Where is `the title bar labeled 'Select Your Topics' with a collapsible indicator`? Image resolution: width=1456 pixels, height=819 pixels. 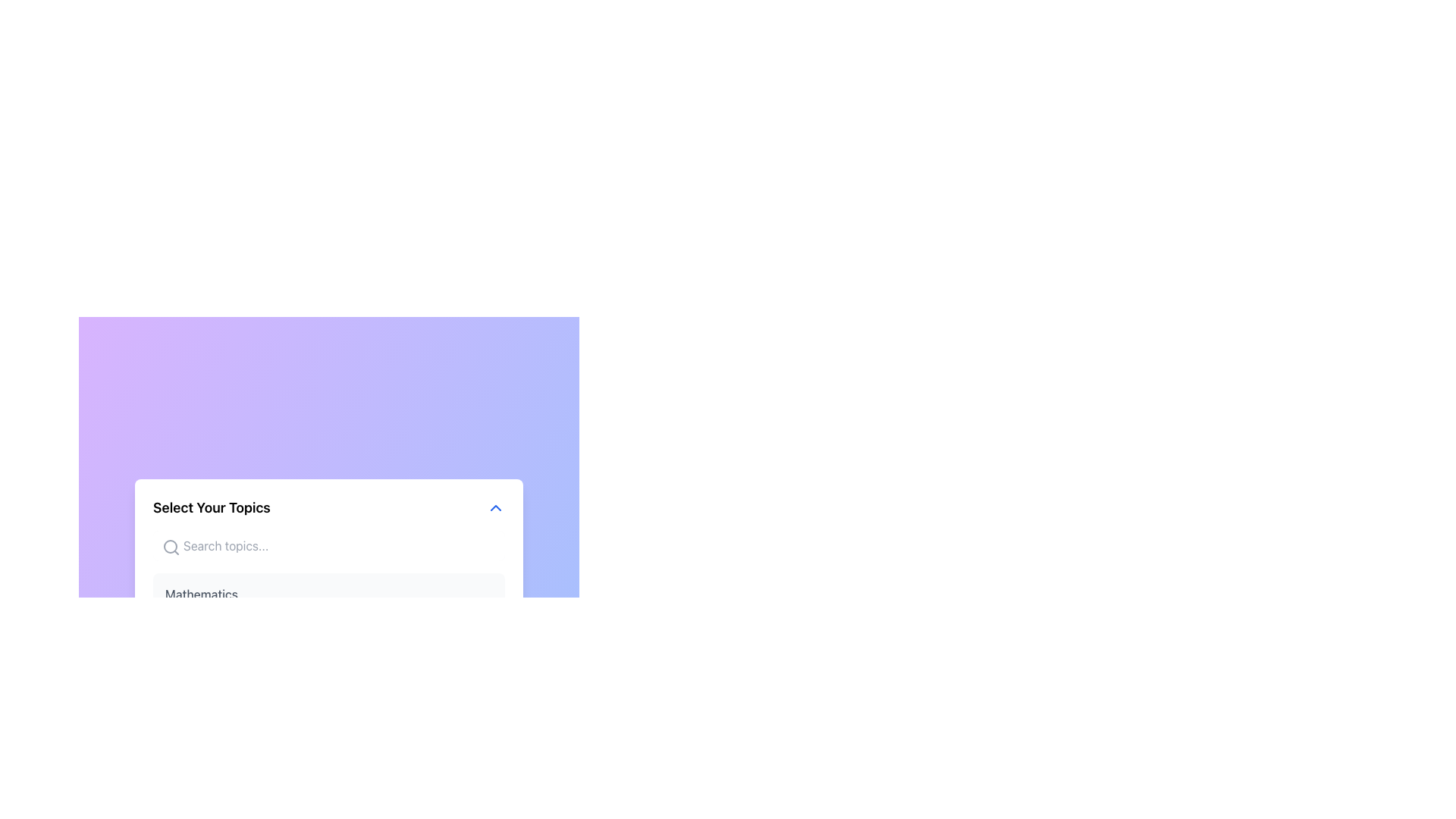
the title bar labeled 'Select Your Topics' with a collapsible indicator is located at coordinates (328, 508).